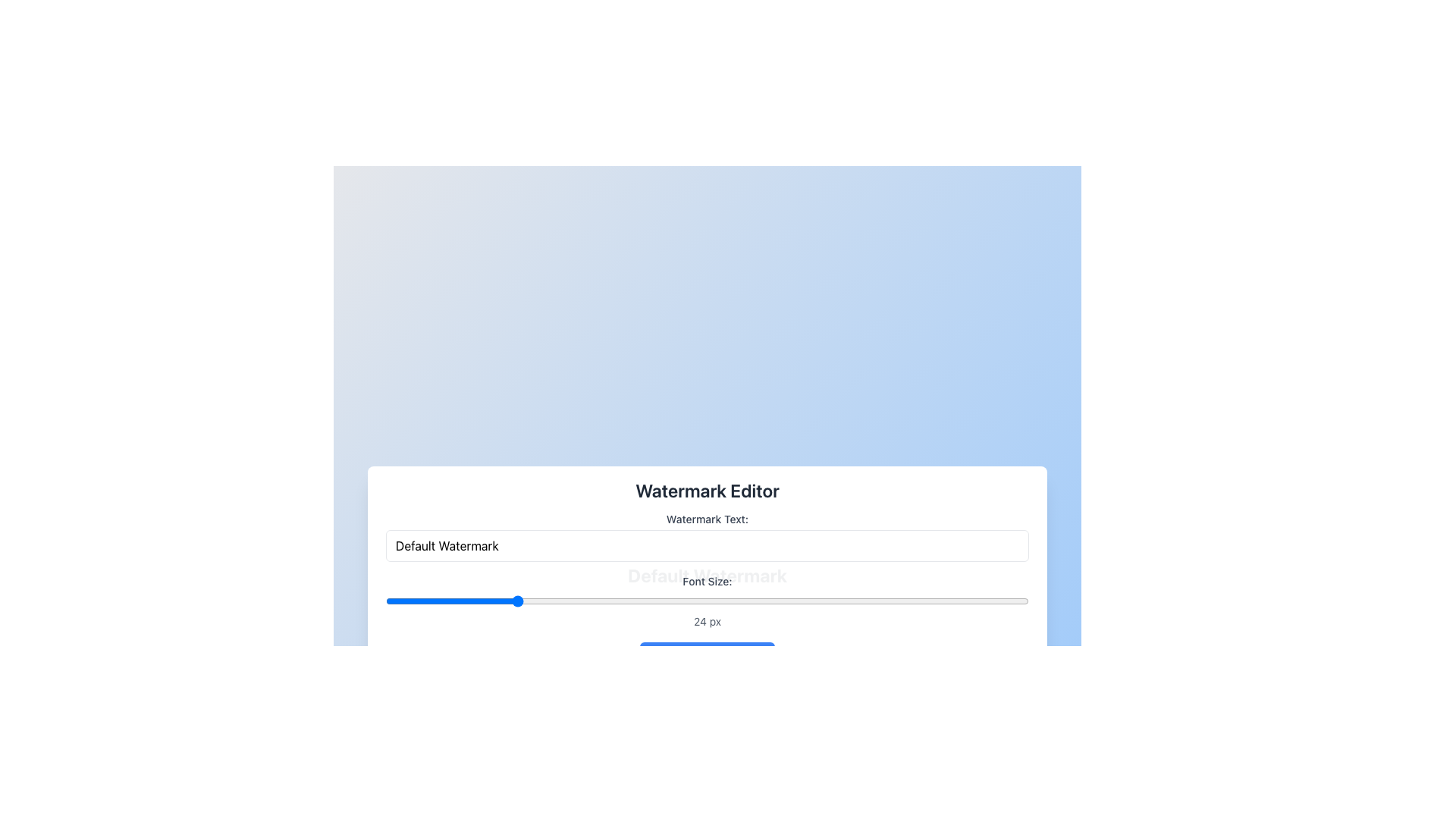 This screenshot has height=819, width=1456. I want to click on font size, so click(496, 601).